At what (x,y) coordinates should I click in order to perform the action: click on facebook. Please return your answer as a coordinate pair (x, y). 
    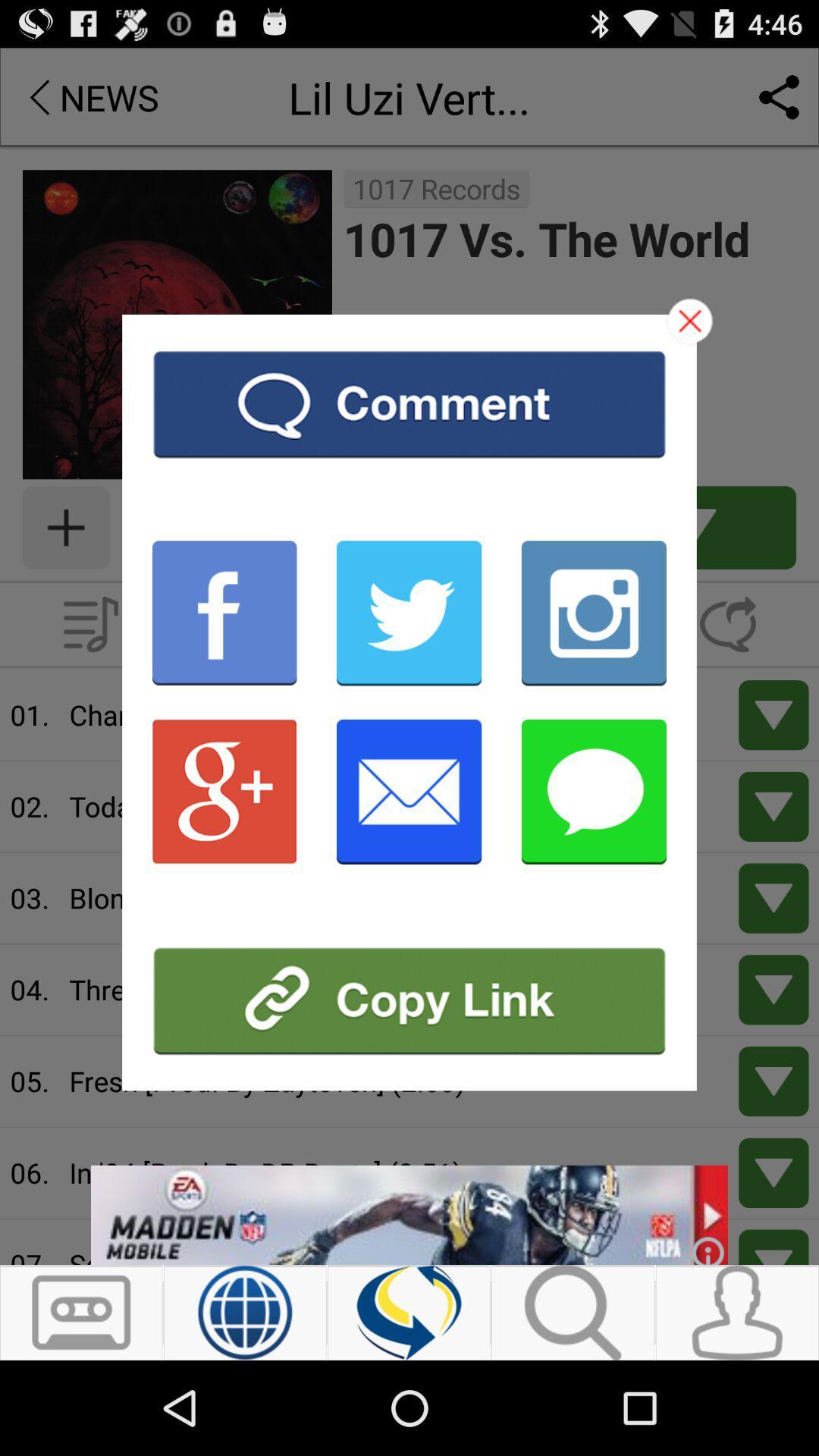
    Looking at the image, I should click on (224, 613).